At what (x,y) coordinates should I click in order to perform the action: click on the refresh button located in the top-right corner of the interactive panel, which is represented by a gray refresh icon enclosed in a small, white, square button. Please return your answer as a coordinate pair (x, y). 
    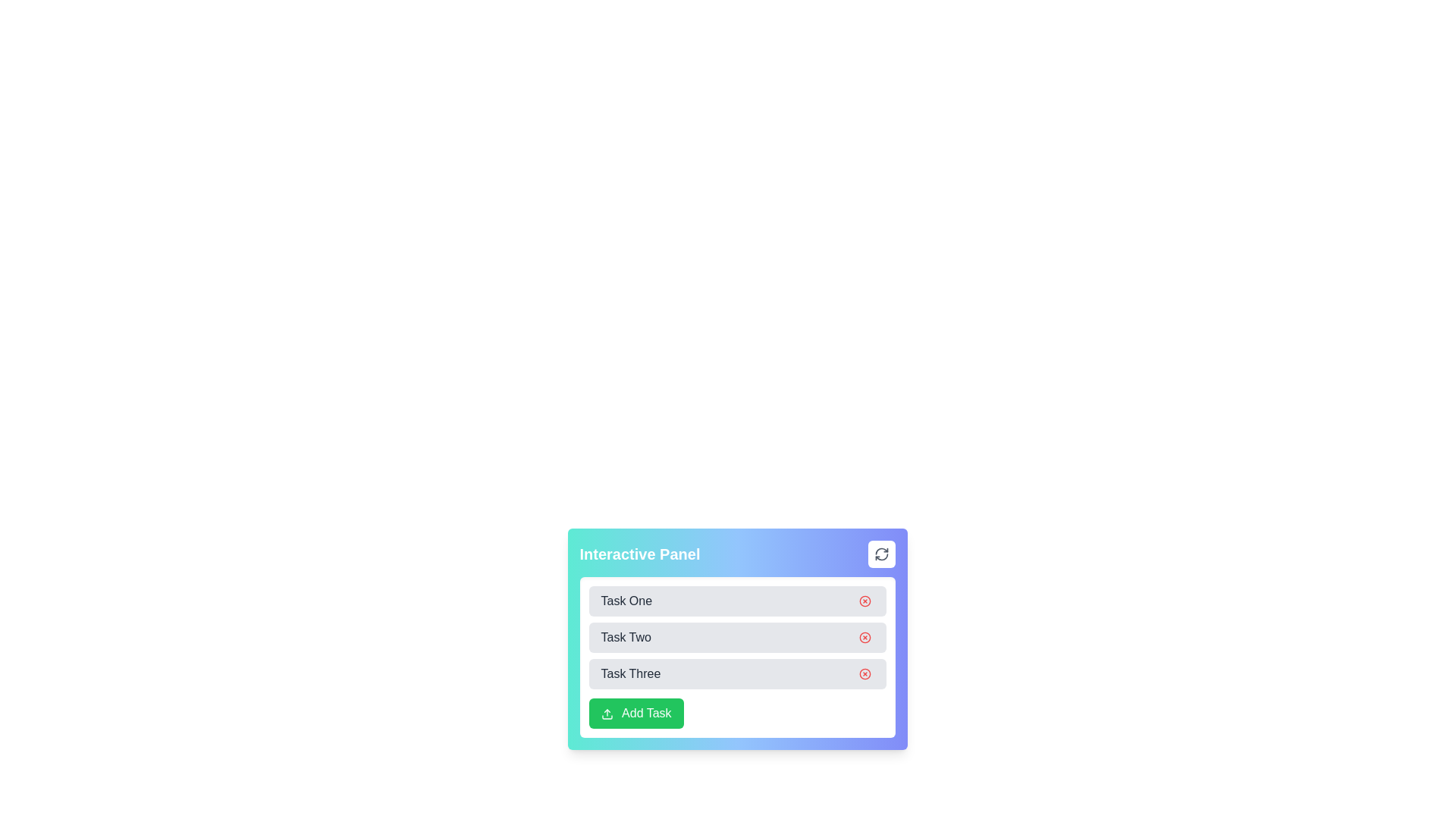
    Looking at the image, I should click on (881, 554).